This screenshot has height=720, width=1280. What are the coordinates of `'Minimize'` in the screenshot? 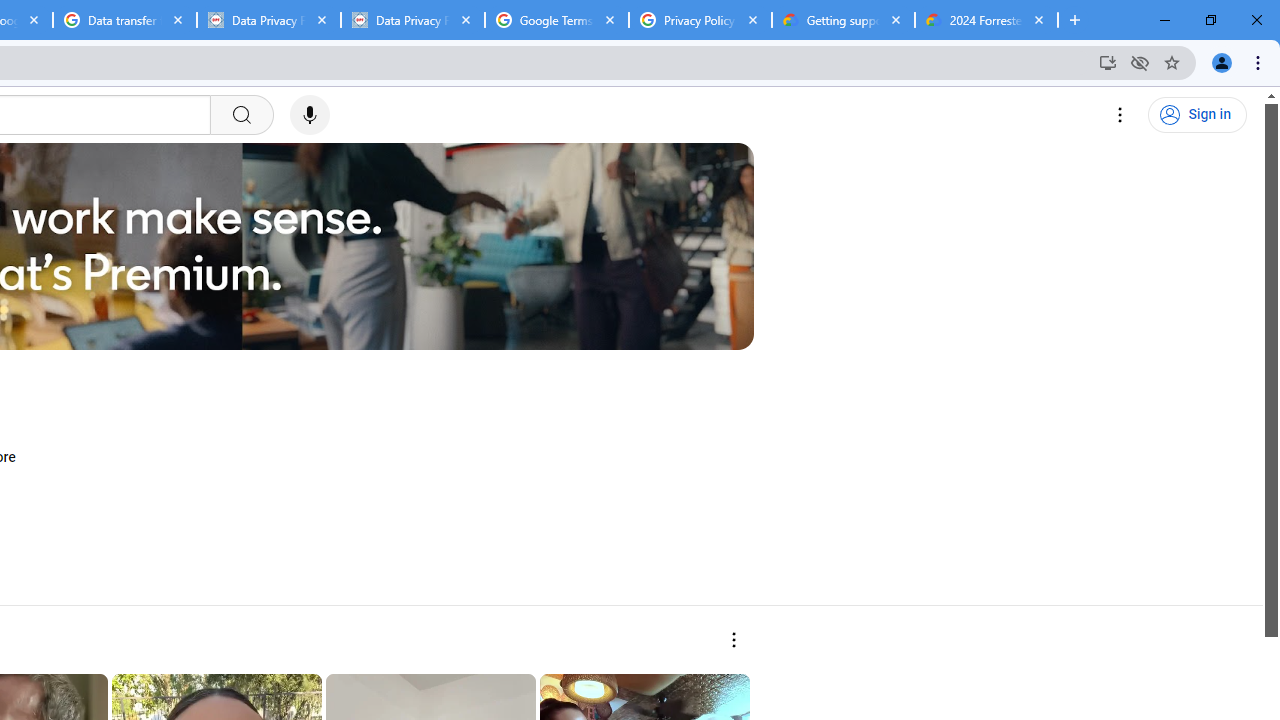 It's located at (1165, 20).